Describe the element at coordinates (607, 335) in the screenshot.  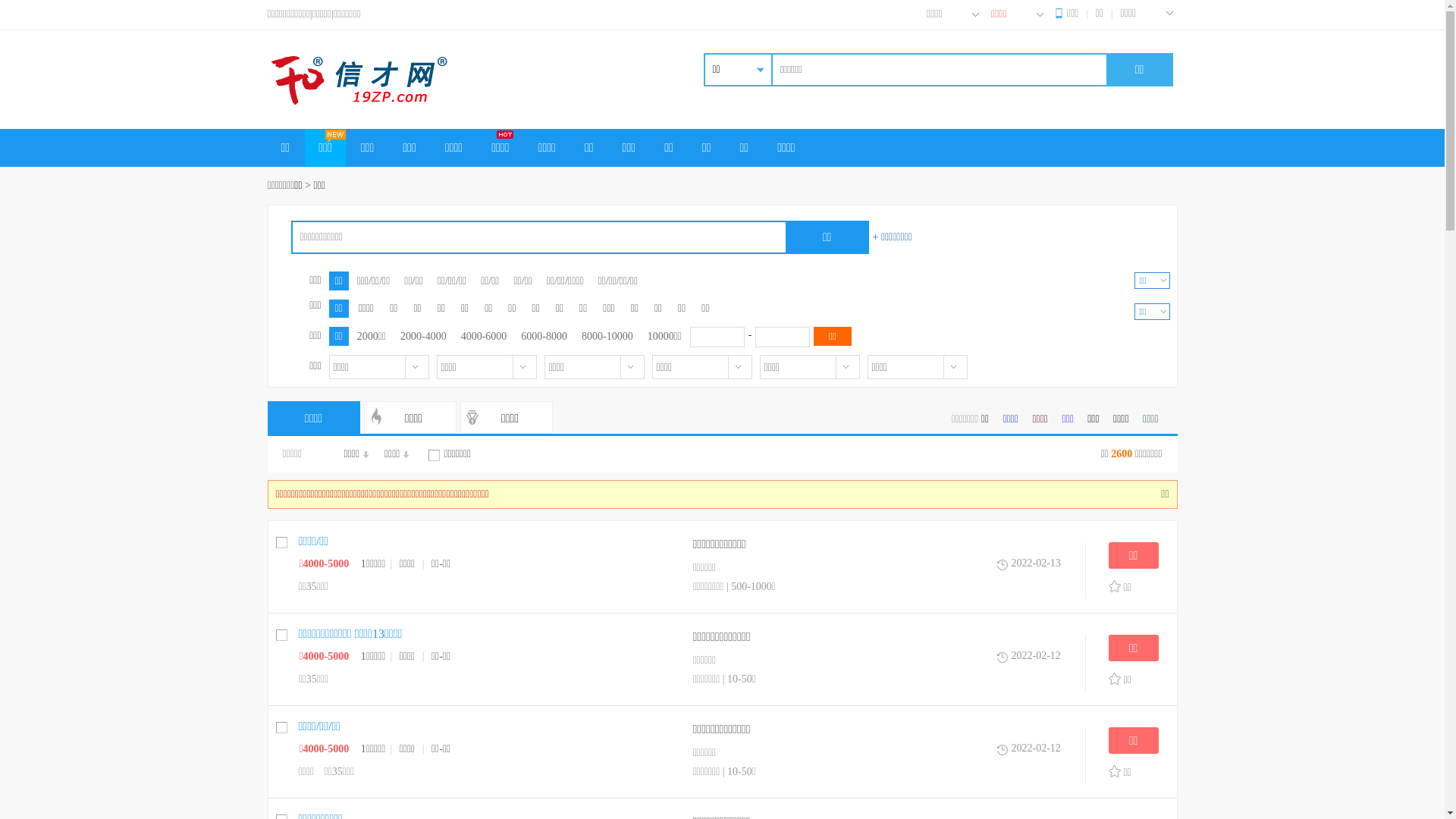
I see `'8000-10000'` at that location.